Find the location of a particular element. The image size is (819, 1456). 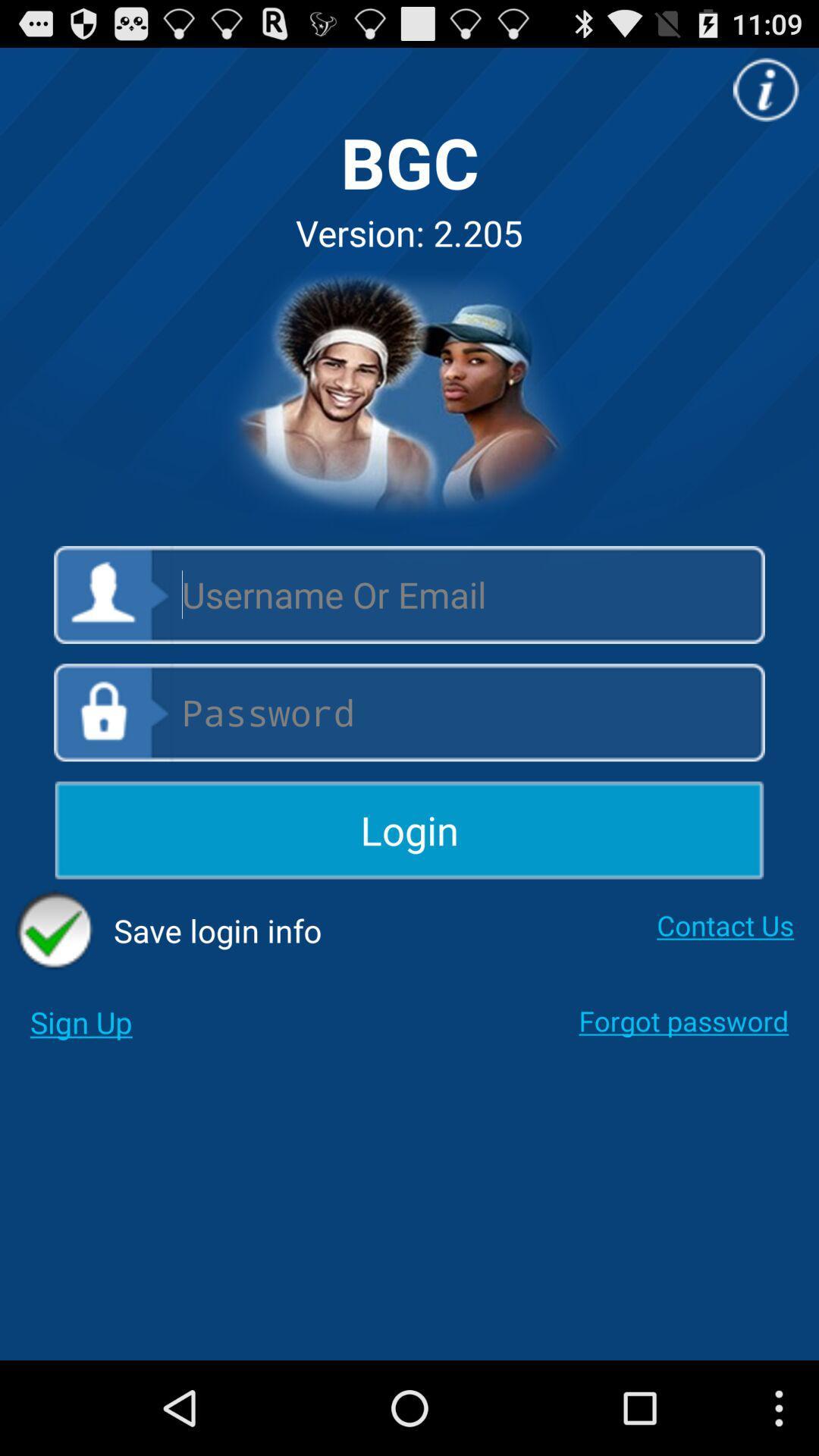

the icon at the bottom left corner is located at coordinates (81, 1022).